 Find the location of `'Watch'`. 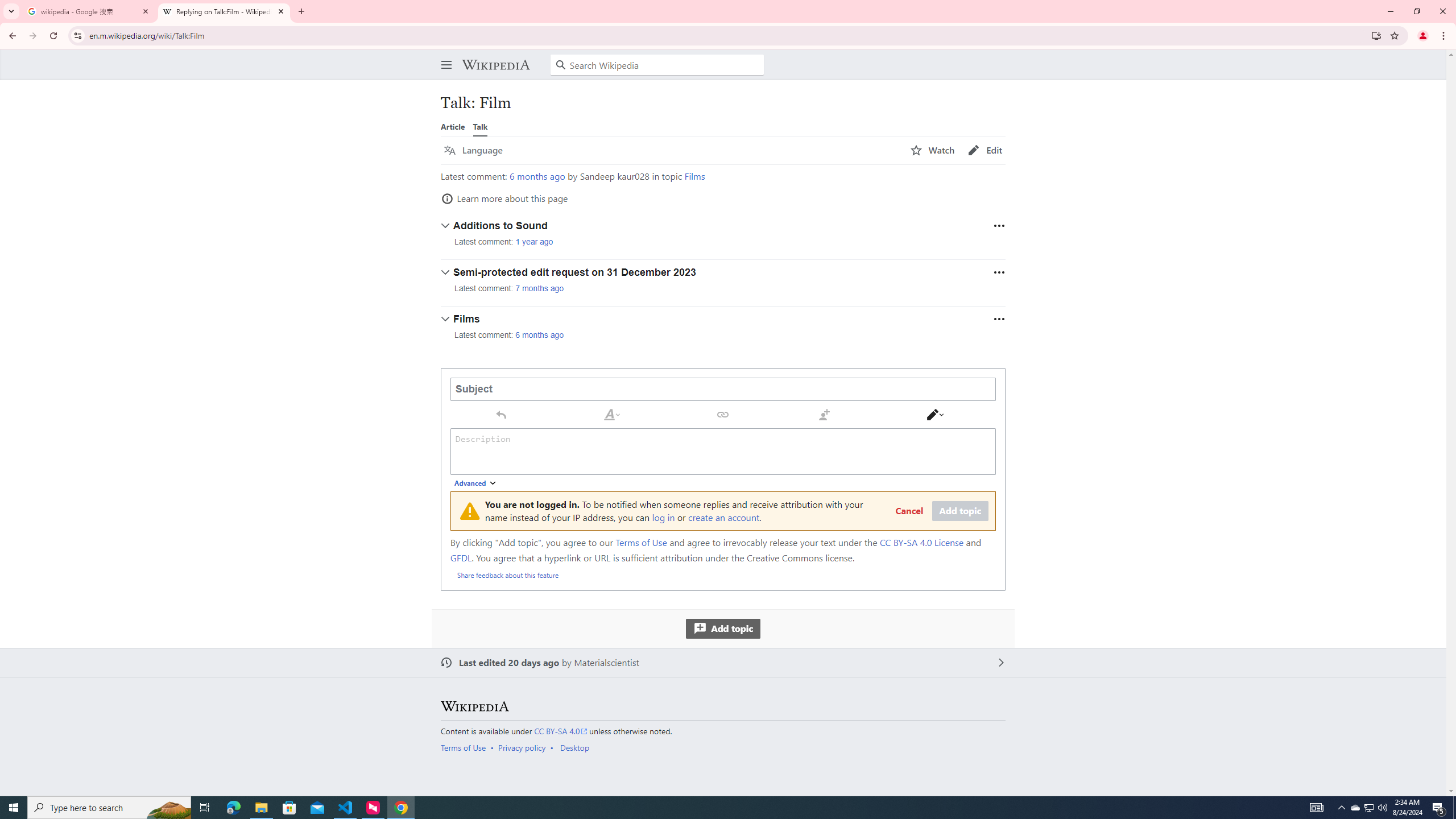

'Watch' is located at coordinates (932, 150).